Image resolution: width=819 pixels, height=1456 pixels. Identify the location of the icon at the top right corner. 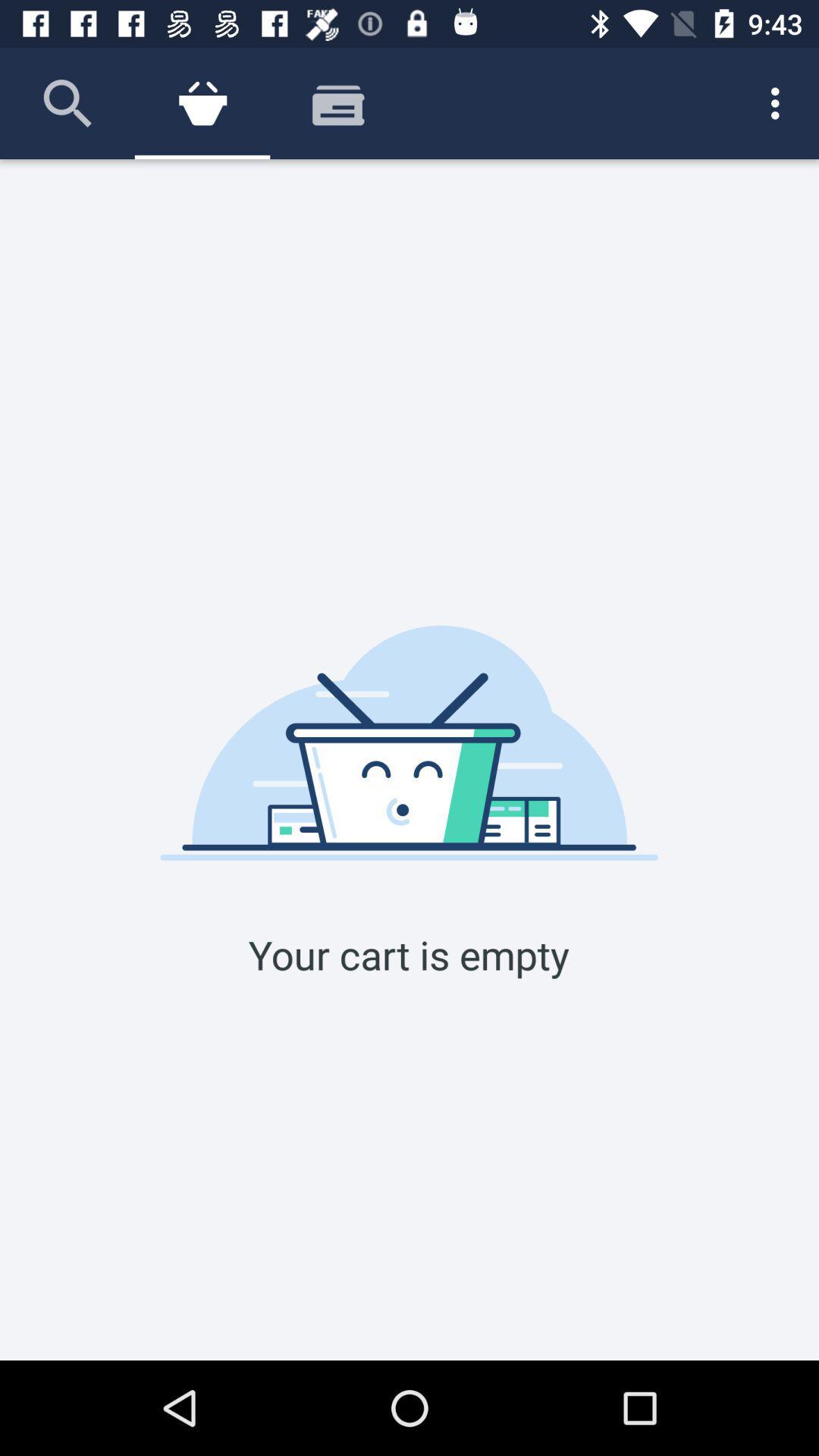
(779, 102).